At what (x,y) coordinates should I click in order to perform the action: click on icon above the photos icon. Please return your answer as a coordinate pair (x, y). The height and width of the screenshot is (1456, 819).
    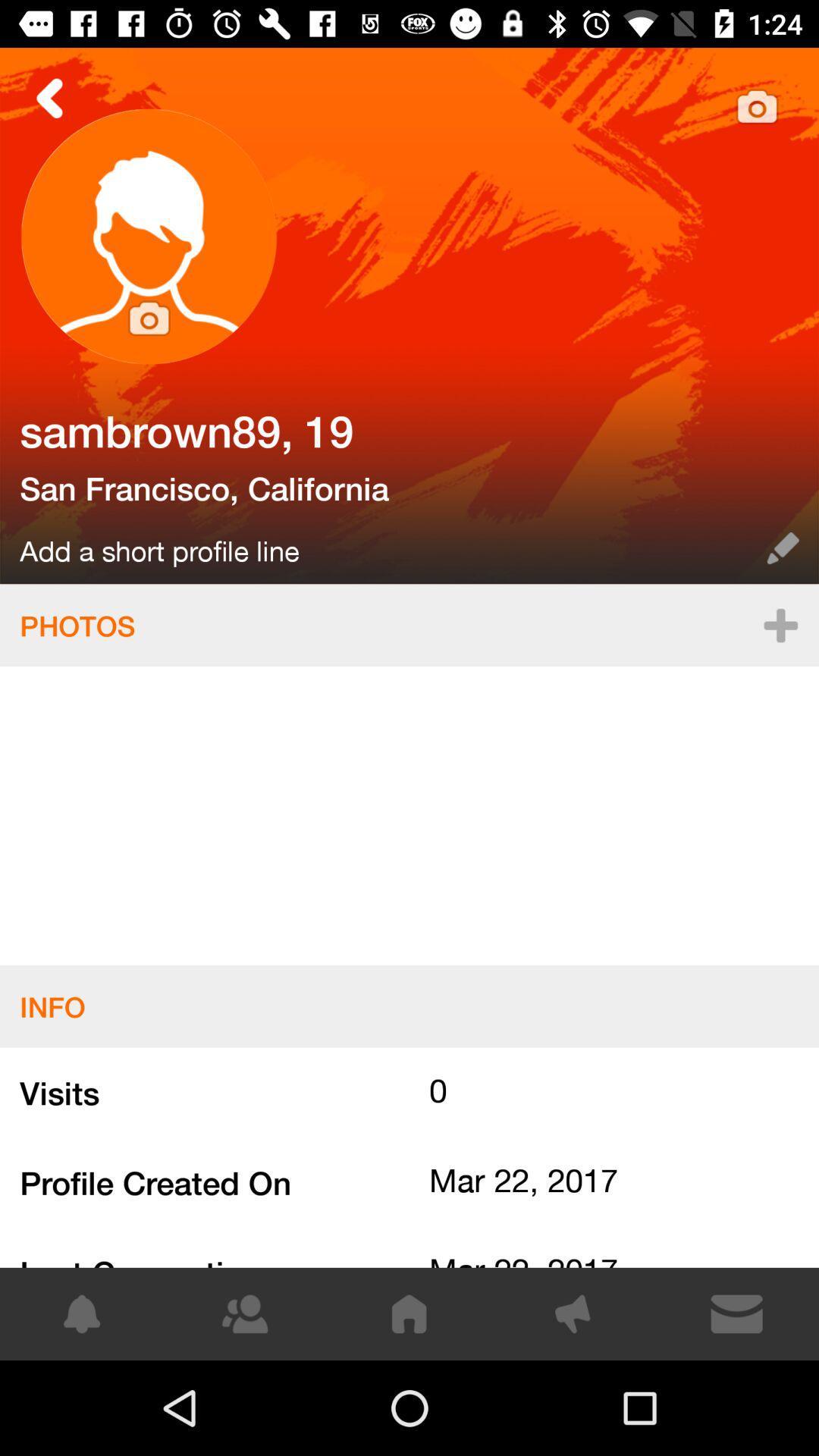
    Looking at the image, I should click on (783, 548).